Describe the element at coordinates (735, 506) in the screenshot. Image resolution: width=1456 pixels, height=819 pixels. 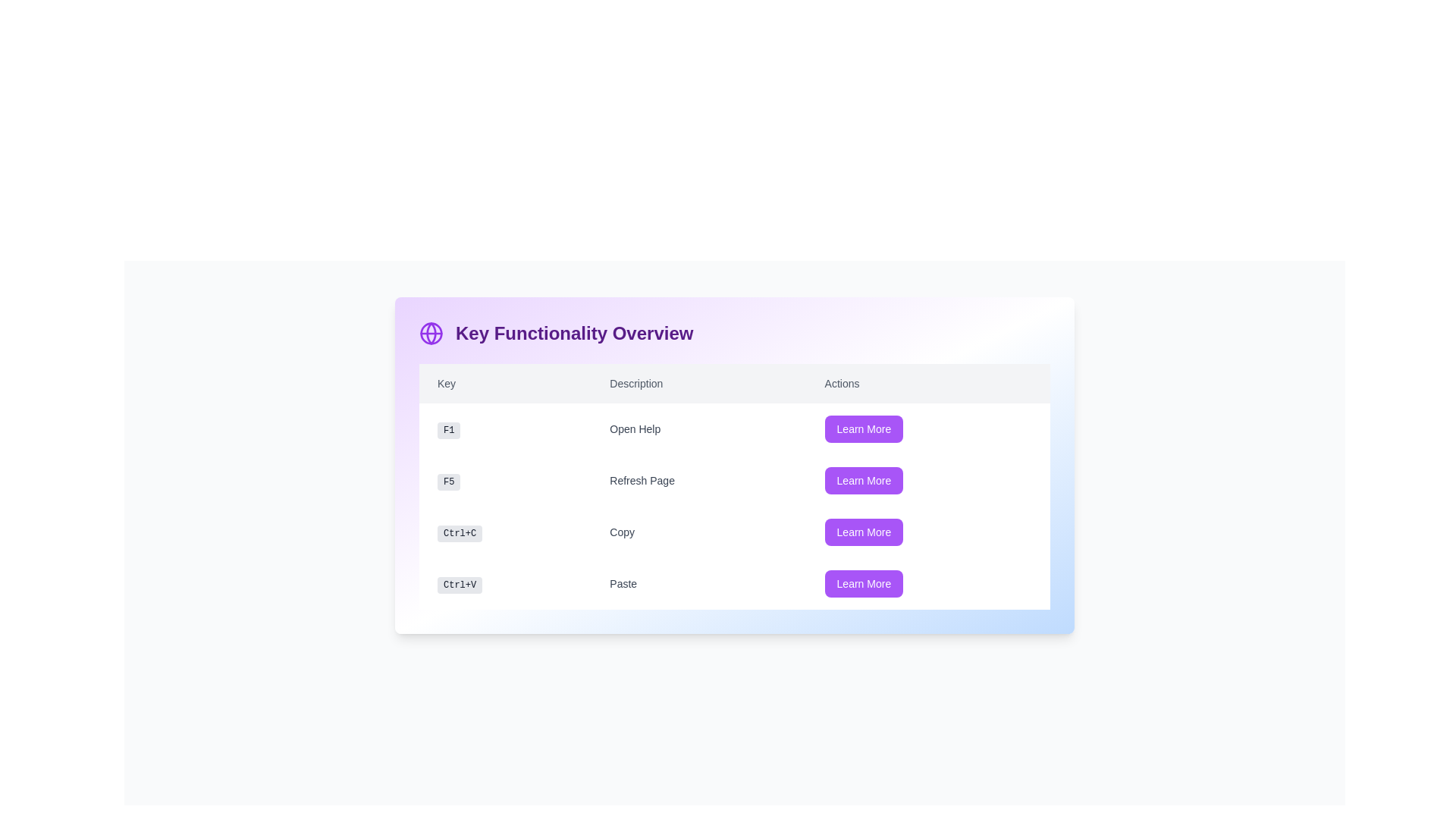
I see `the 'Learn More' button in the 'Actions' column of the third row in the 'Key Functionality Overview' table, which corresponds to the 'Ctrl+C' shortcut` at that location.